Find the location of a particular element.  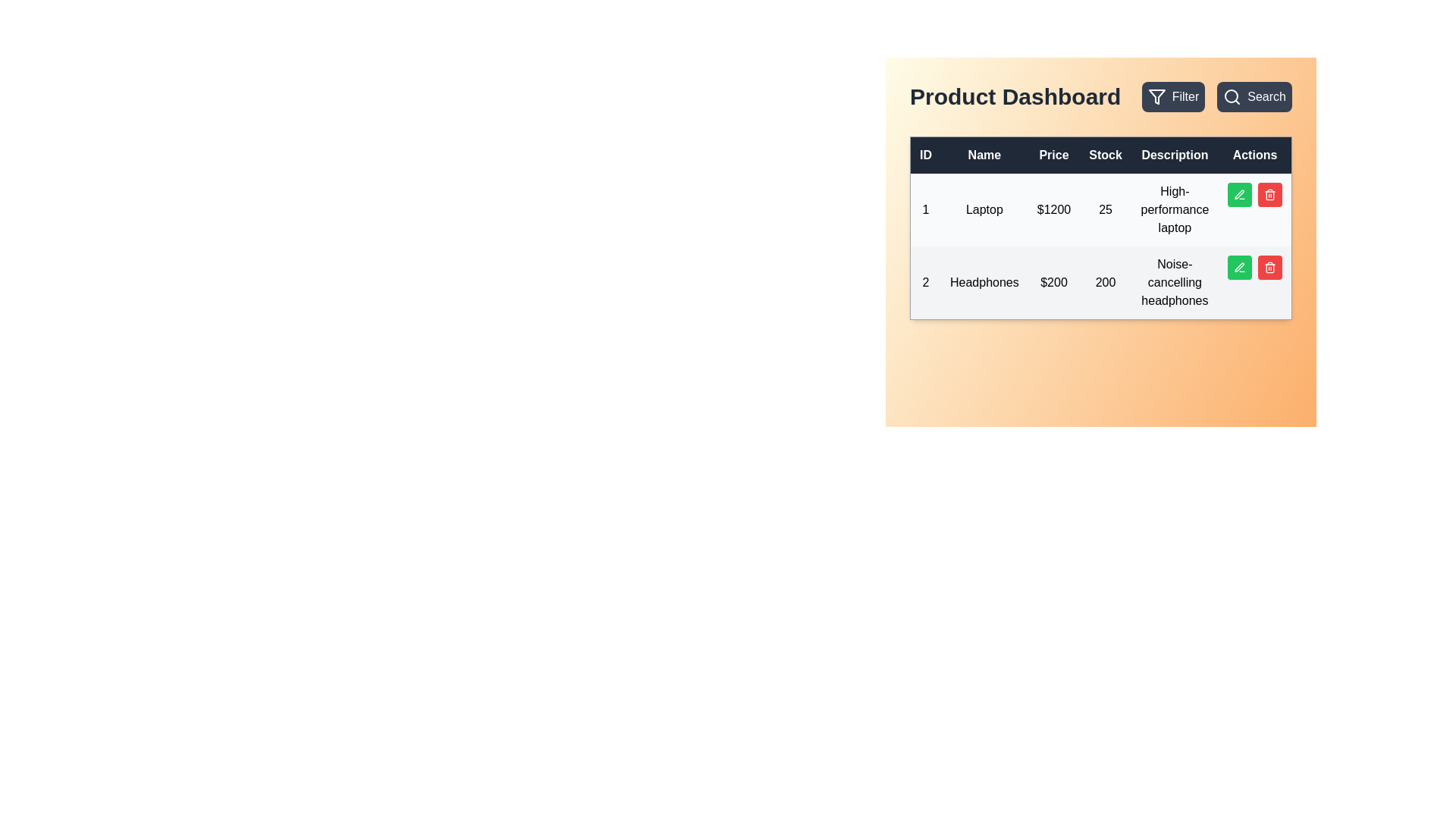

the filter button located in the top-right corner of the interface, immediately to the left of the 'Search' button, to apply a filter operation is located at coordinates (1172, 96).